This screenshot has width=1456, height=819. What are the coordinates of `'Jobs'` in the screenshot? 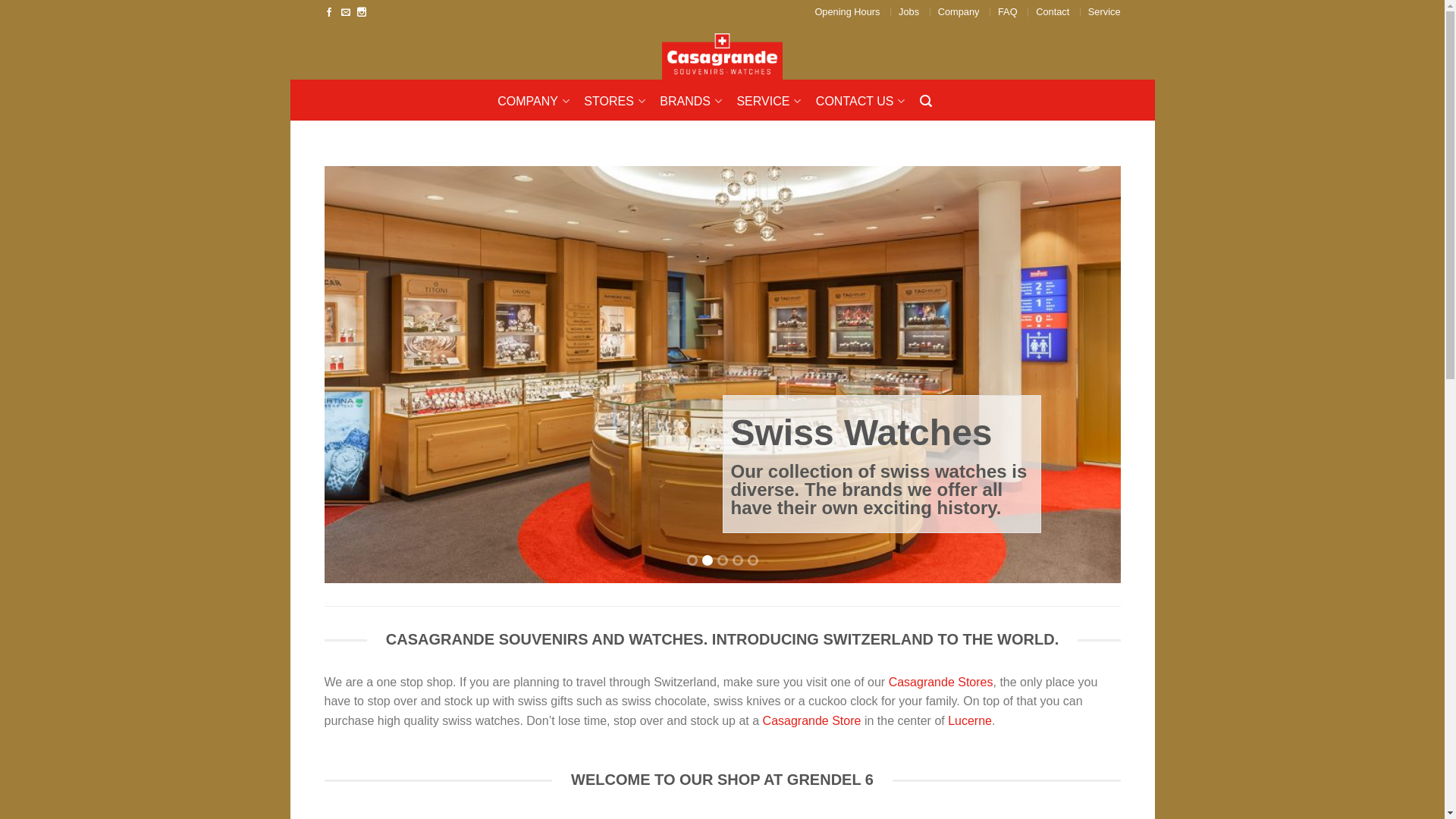 It's located at (908, 11).